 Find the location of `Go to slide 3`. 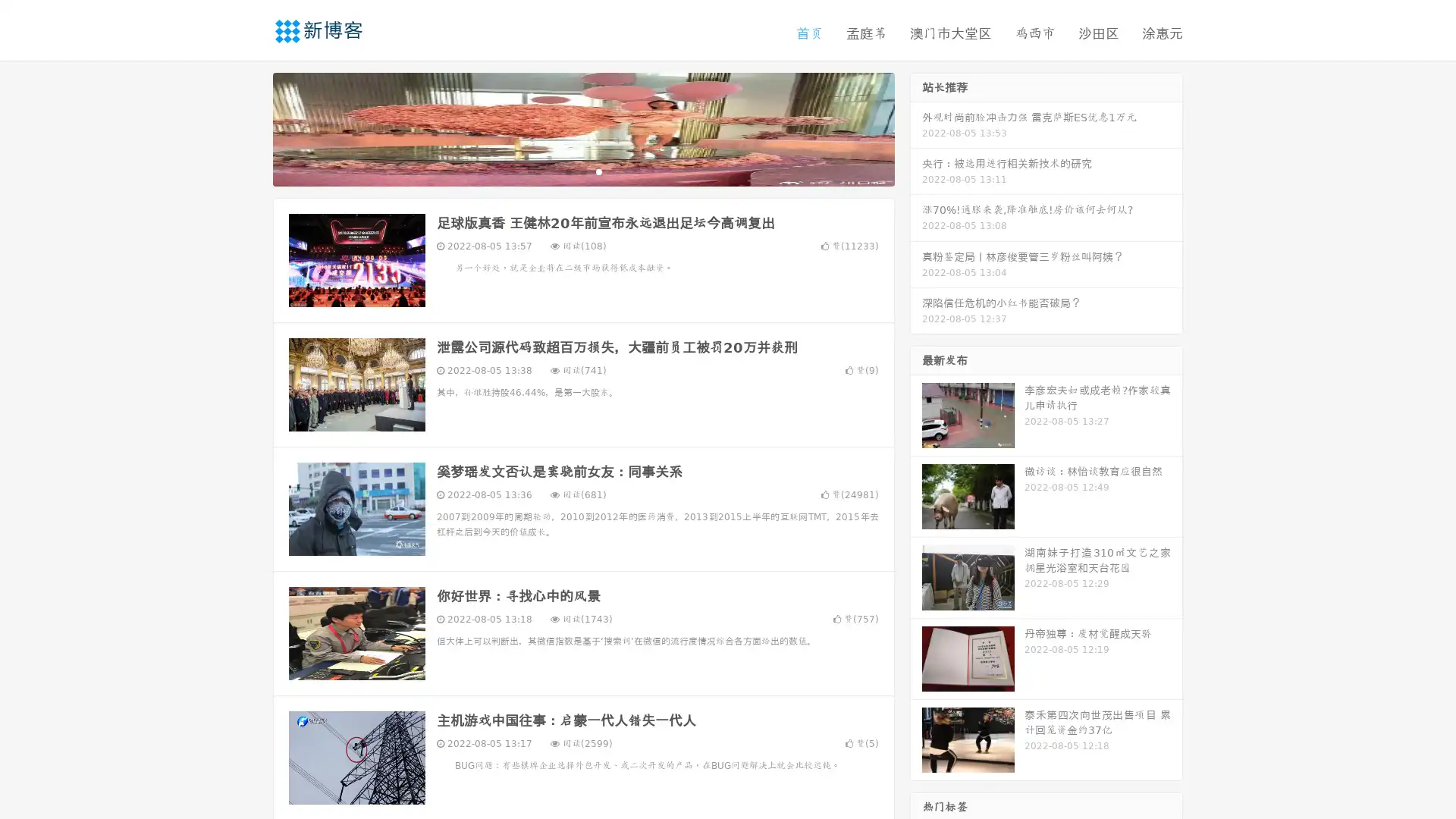

Go to slide 3 is located at coordinates (598, 171).